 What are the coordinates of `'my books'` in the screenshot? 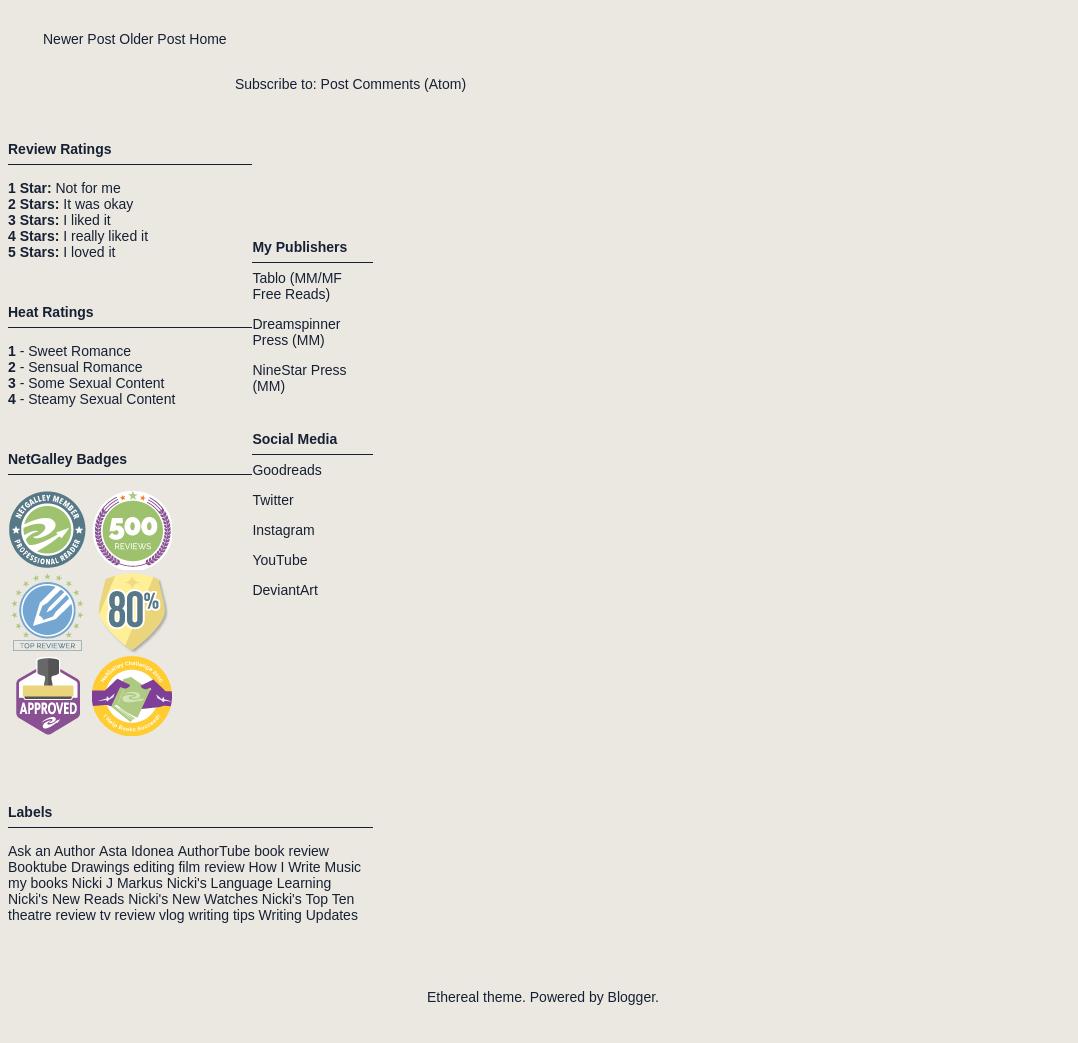 It's located at (36, 881).